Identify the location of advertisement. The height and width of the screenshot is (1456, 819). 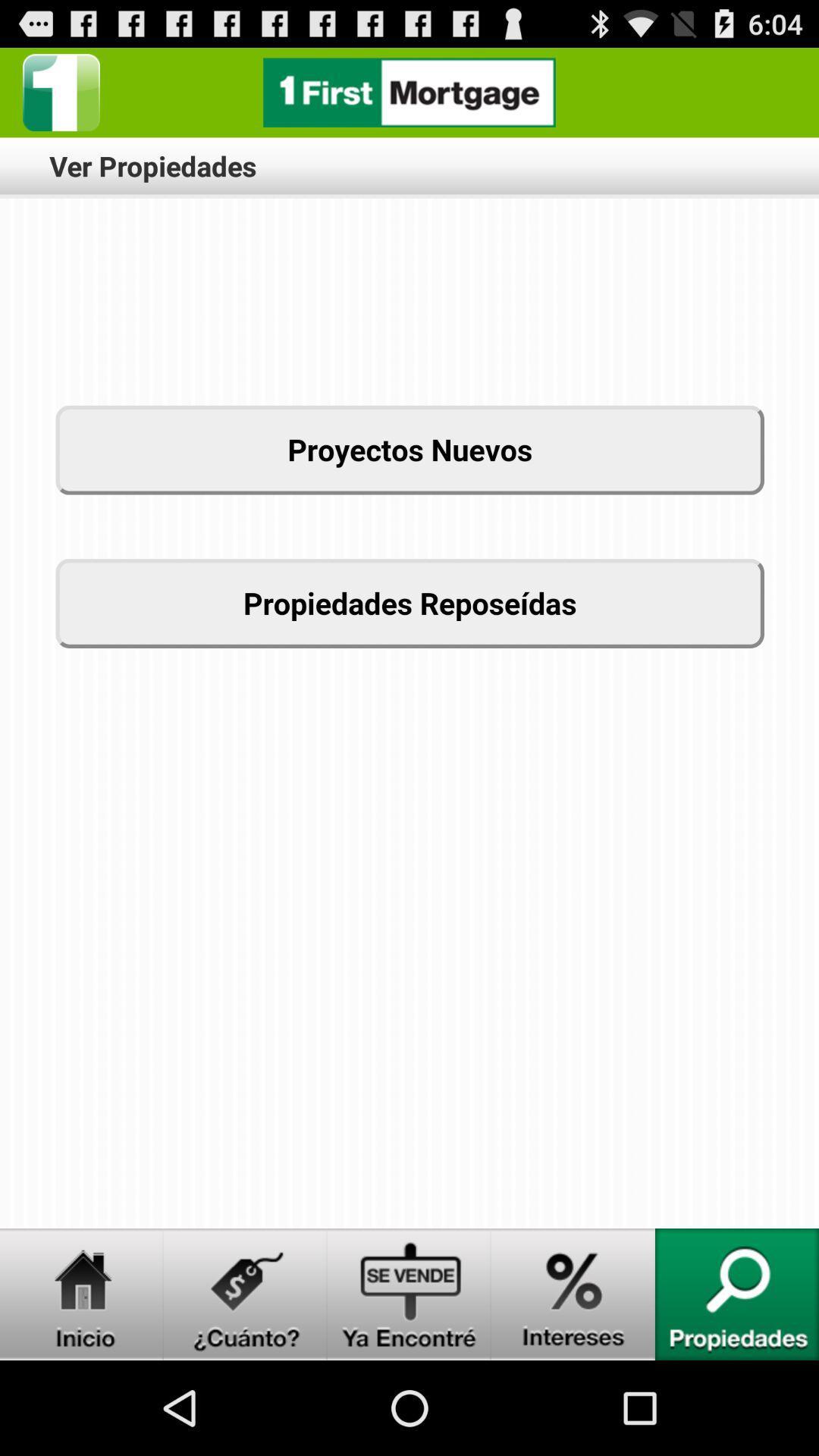
(409, 92).